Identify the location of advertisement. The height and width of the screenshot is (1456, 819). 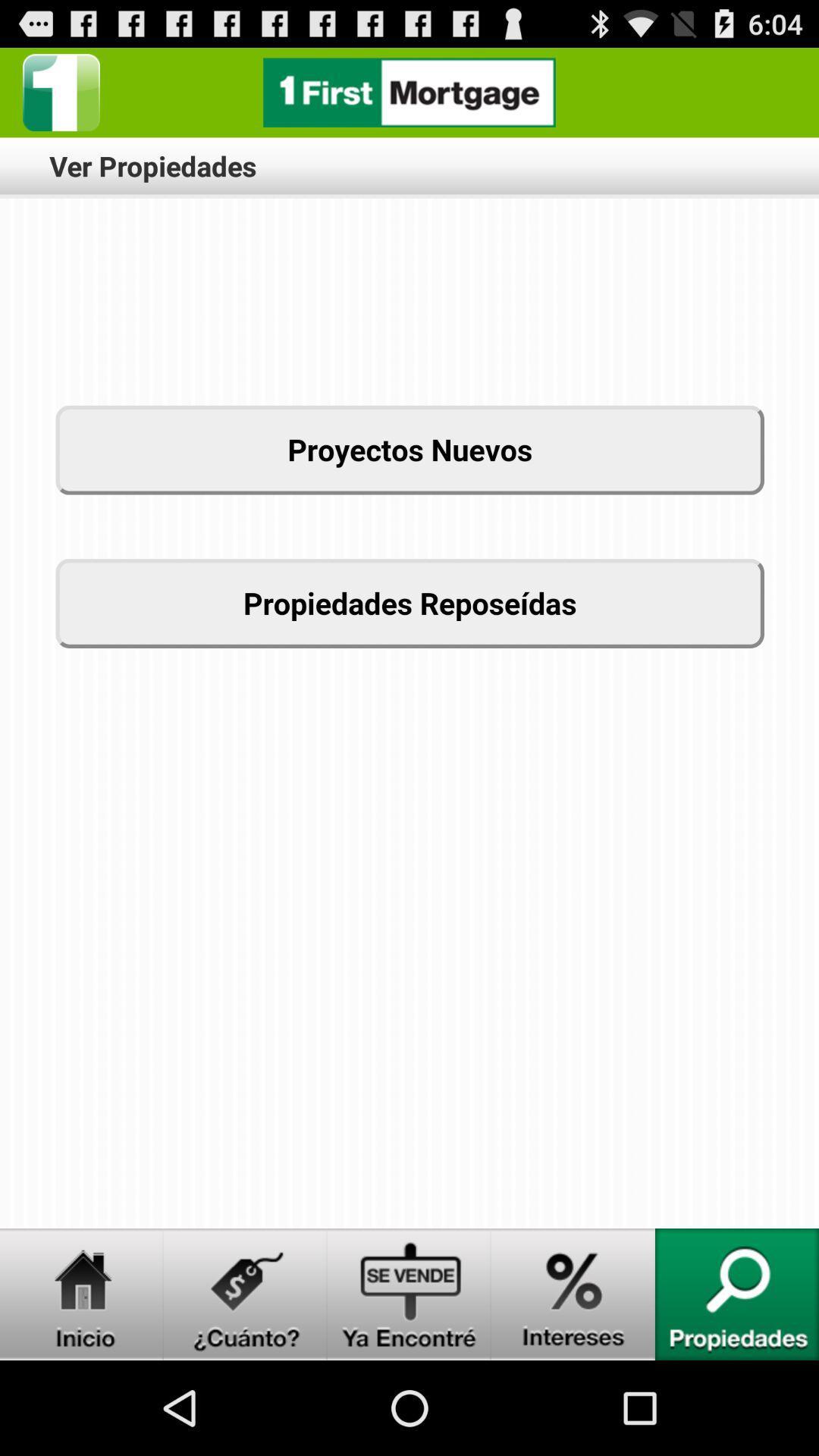
(409, 92).